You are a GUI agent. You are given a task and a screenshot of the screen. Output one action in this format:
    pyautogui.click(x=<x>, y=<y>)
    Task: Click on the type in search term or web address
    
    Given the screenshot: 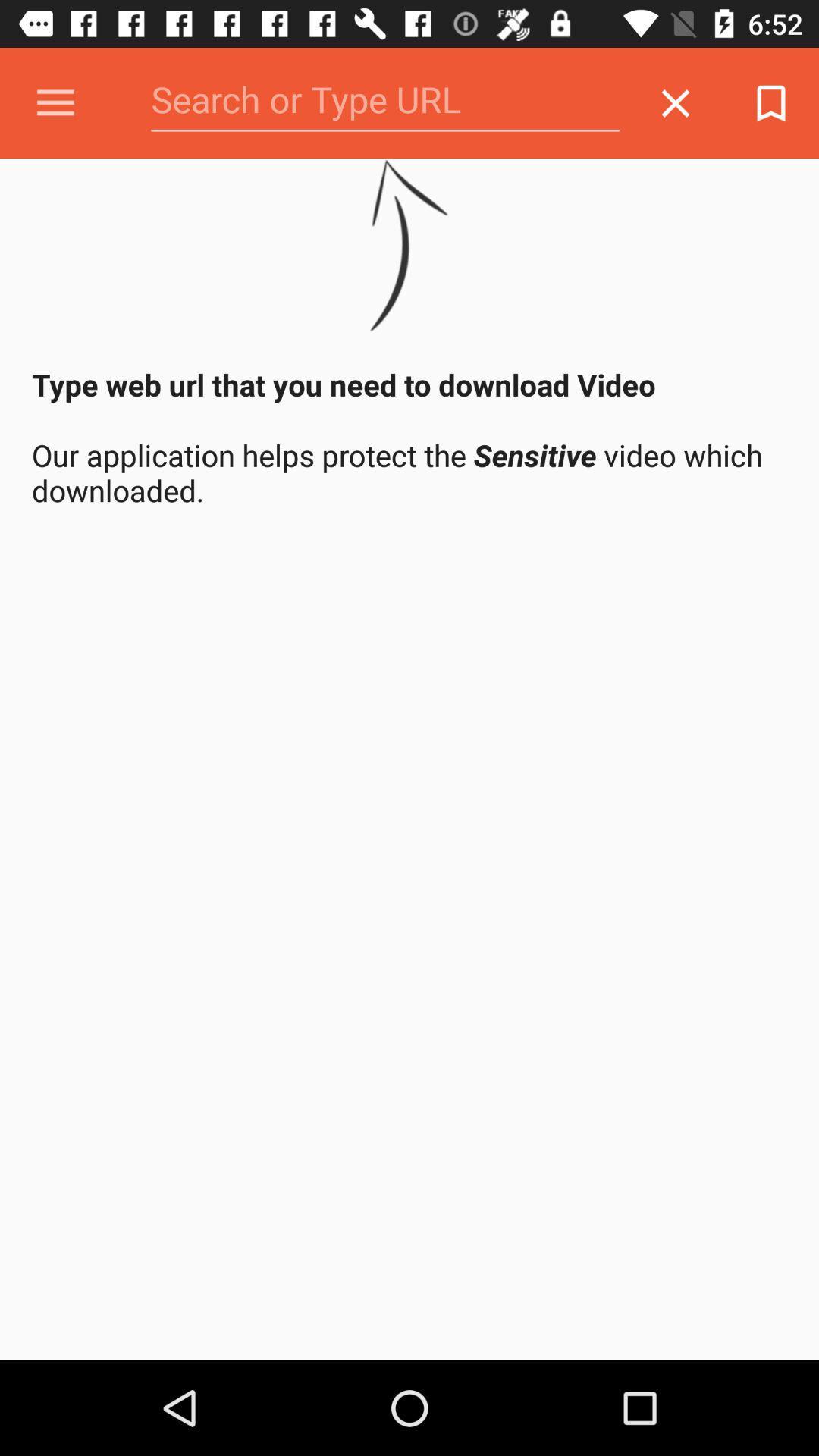 What is the action you would take?
    pyautogui.click(x=384, y=102)
    